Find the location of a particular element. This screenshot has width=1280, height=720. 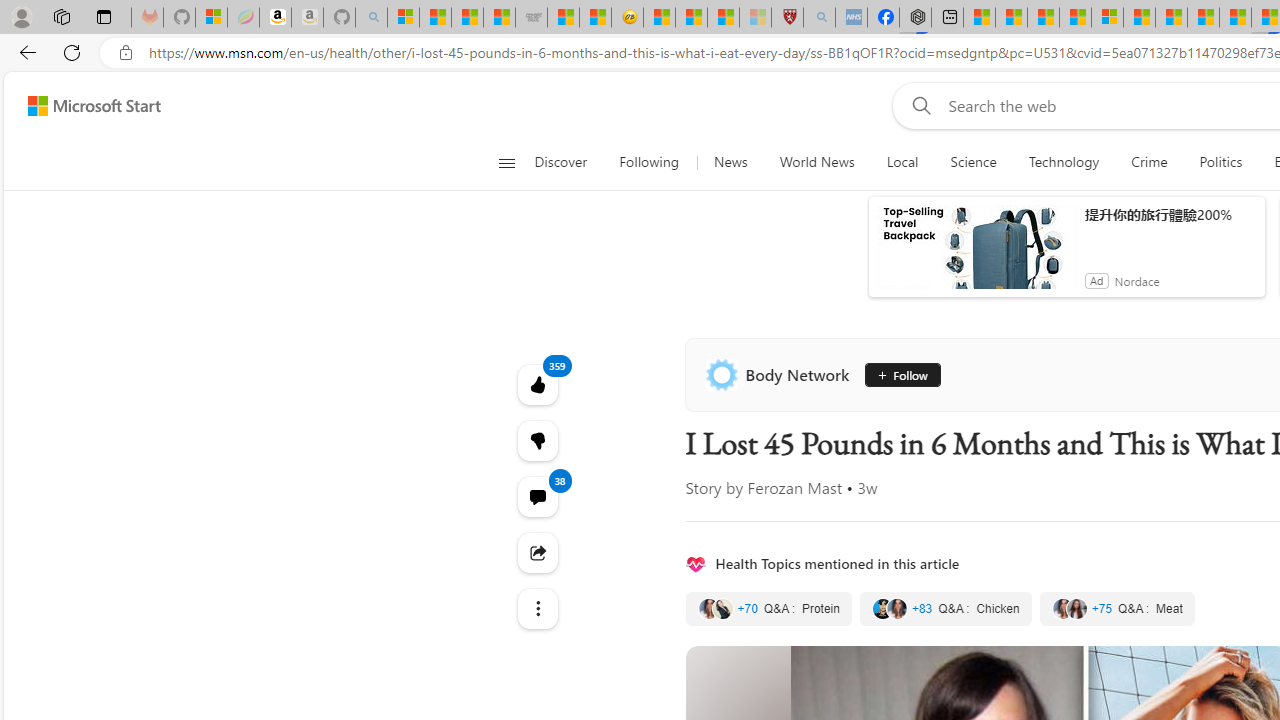

'359 Like' is located at coordinates (537, 384).